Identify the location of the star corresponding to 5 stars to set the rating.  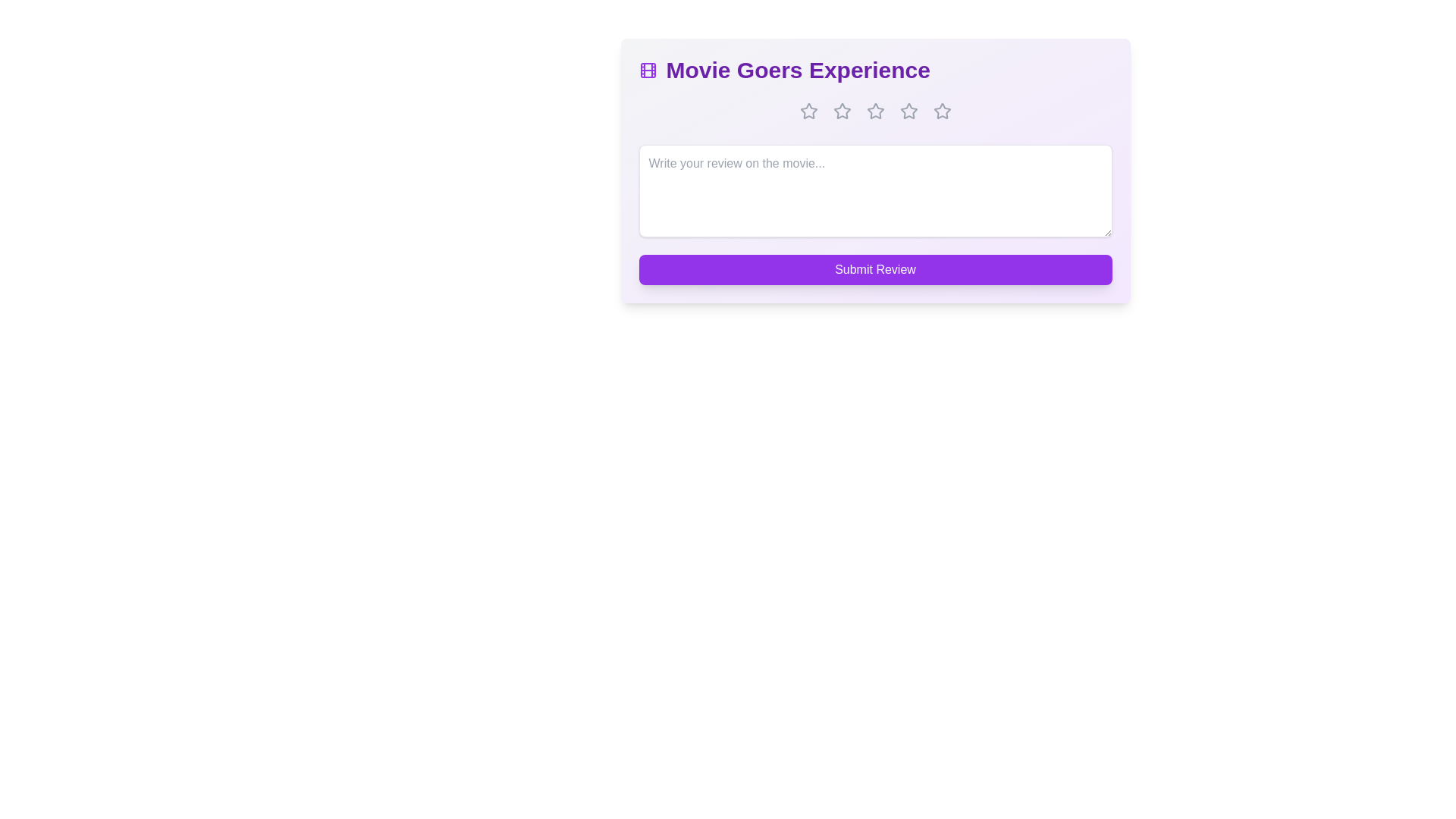
(941, 110).